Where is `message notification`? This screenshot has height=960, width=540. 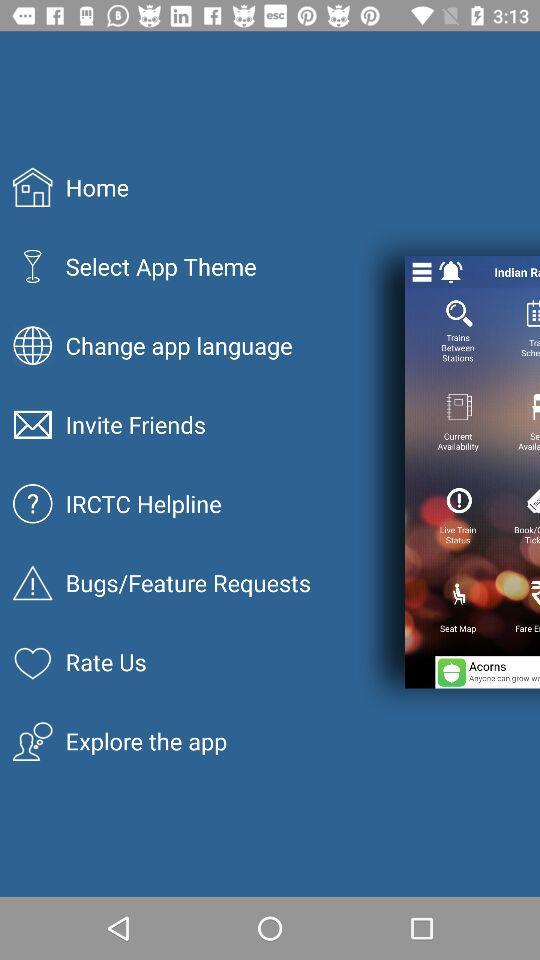
message notification is located at coordinates (451, 271).